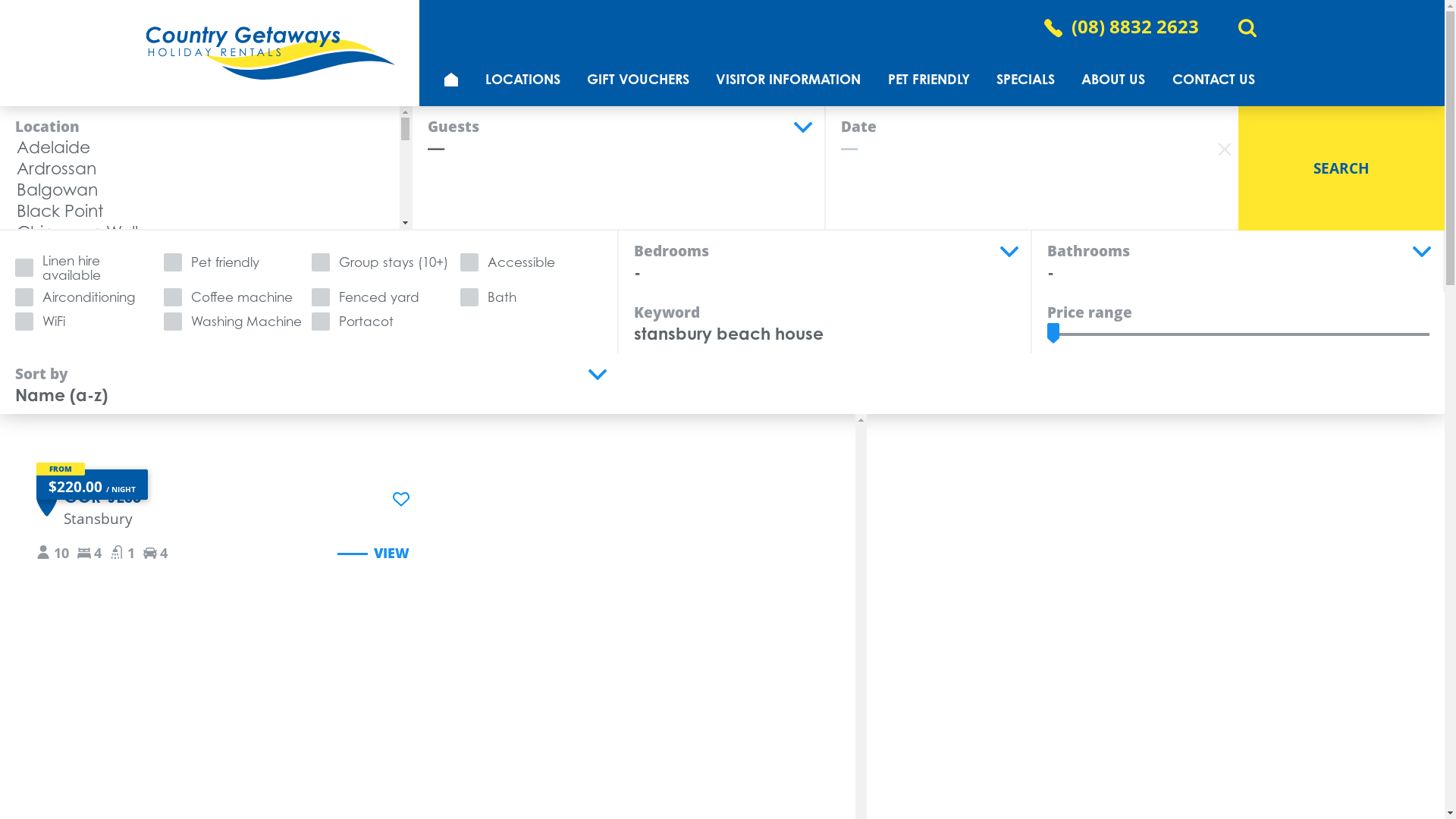 This screenshot has height=819, width=1456. I want to click on 'ABOUT US', so click(1113, 79).